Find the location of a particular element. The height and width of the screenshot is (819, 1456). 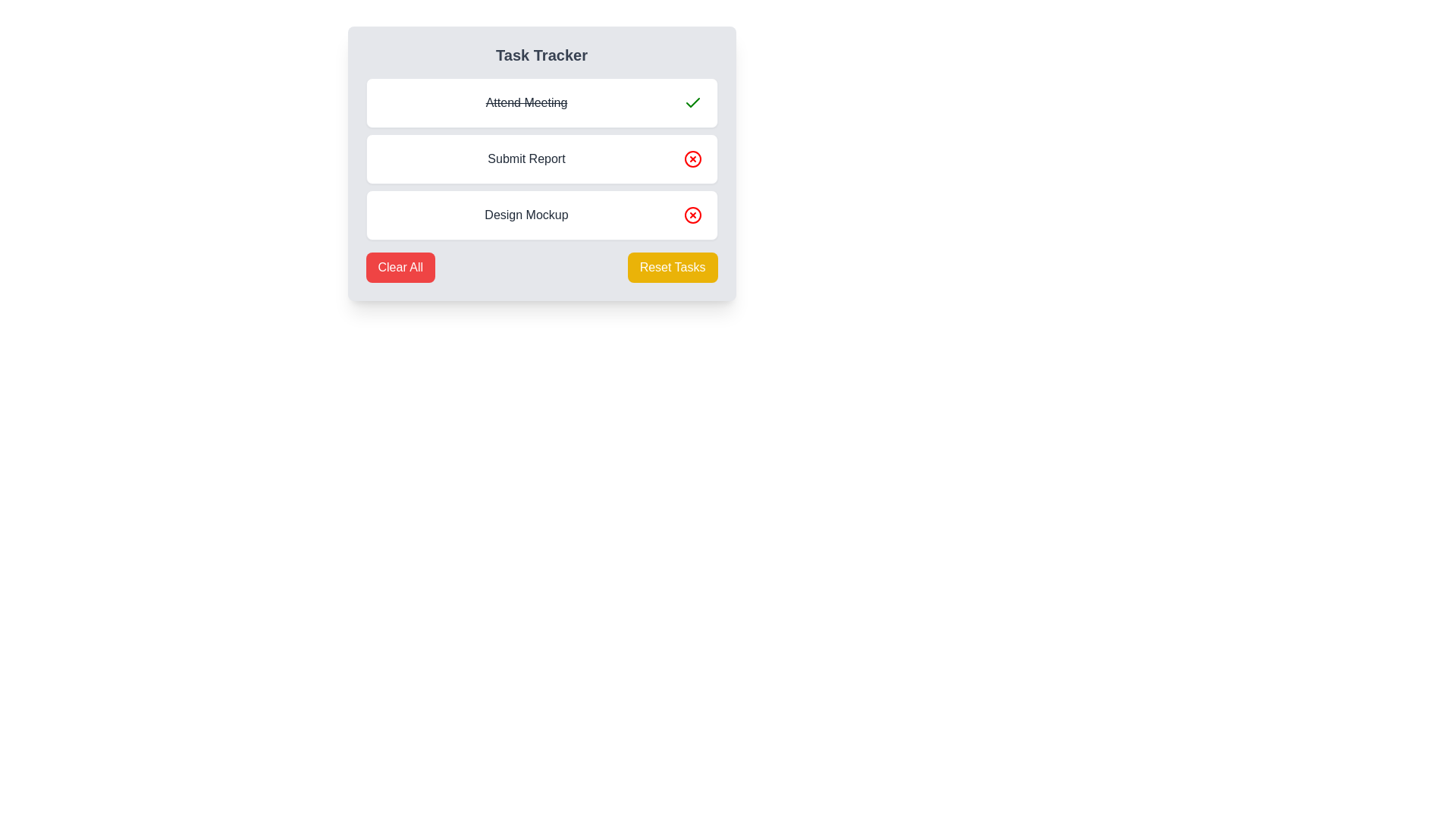

the SVG icon with a checkmark design that indicates task completion, located at the rightmost side of the first row in the task tracker UI adjacent to the text 'Attend Meeting' is located at coordinates (692, 102).